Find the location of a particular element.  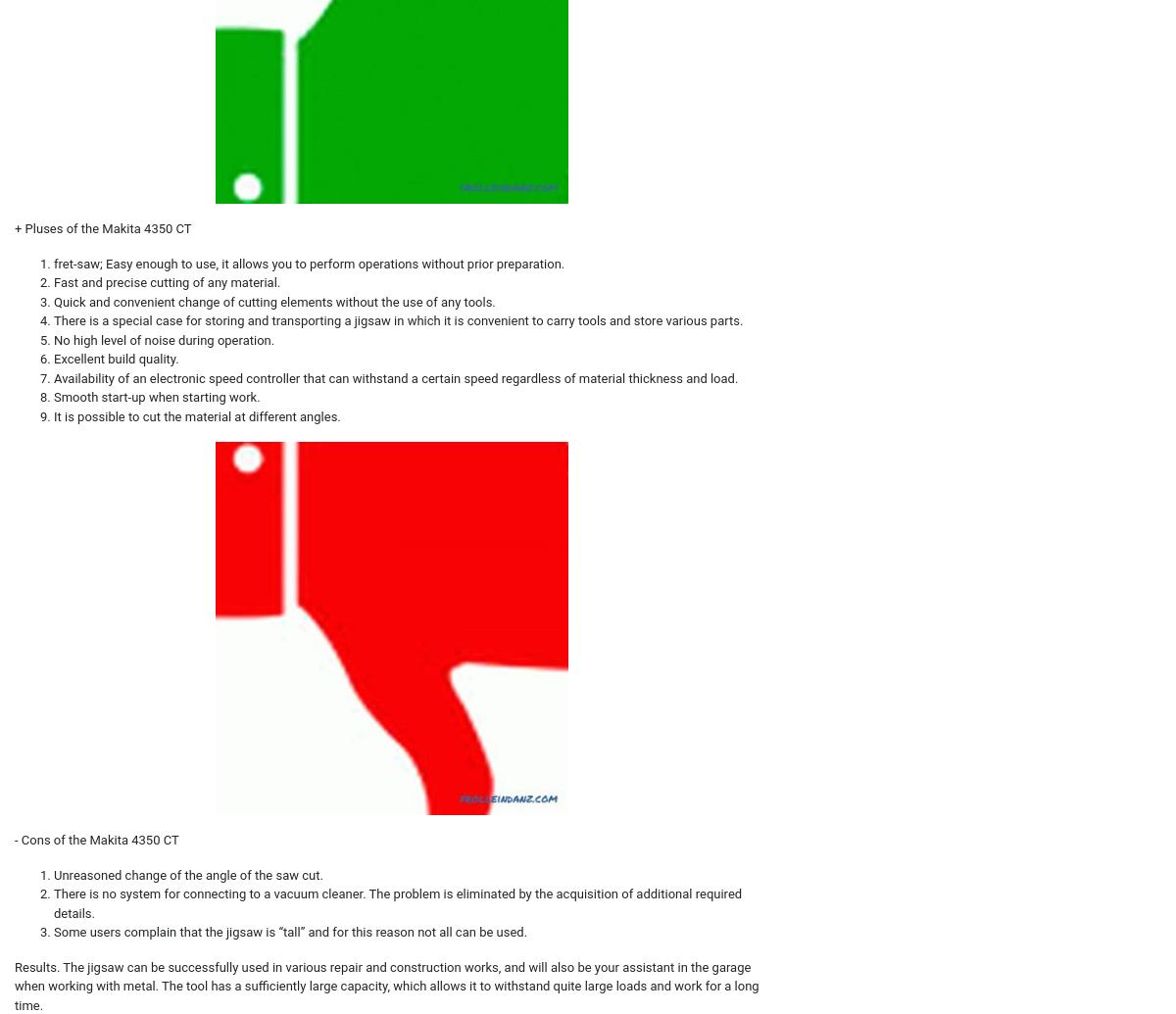

'Results. The jigsaw can be successfully used in various repair and construction works, and will also be your assistant in the garage when working with metal. The tool has a sufficiently large capacity, which allows it to withstand quite large loads and work for a long time.' is located at coordinates (15, 985).